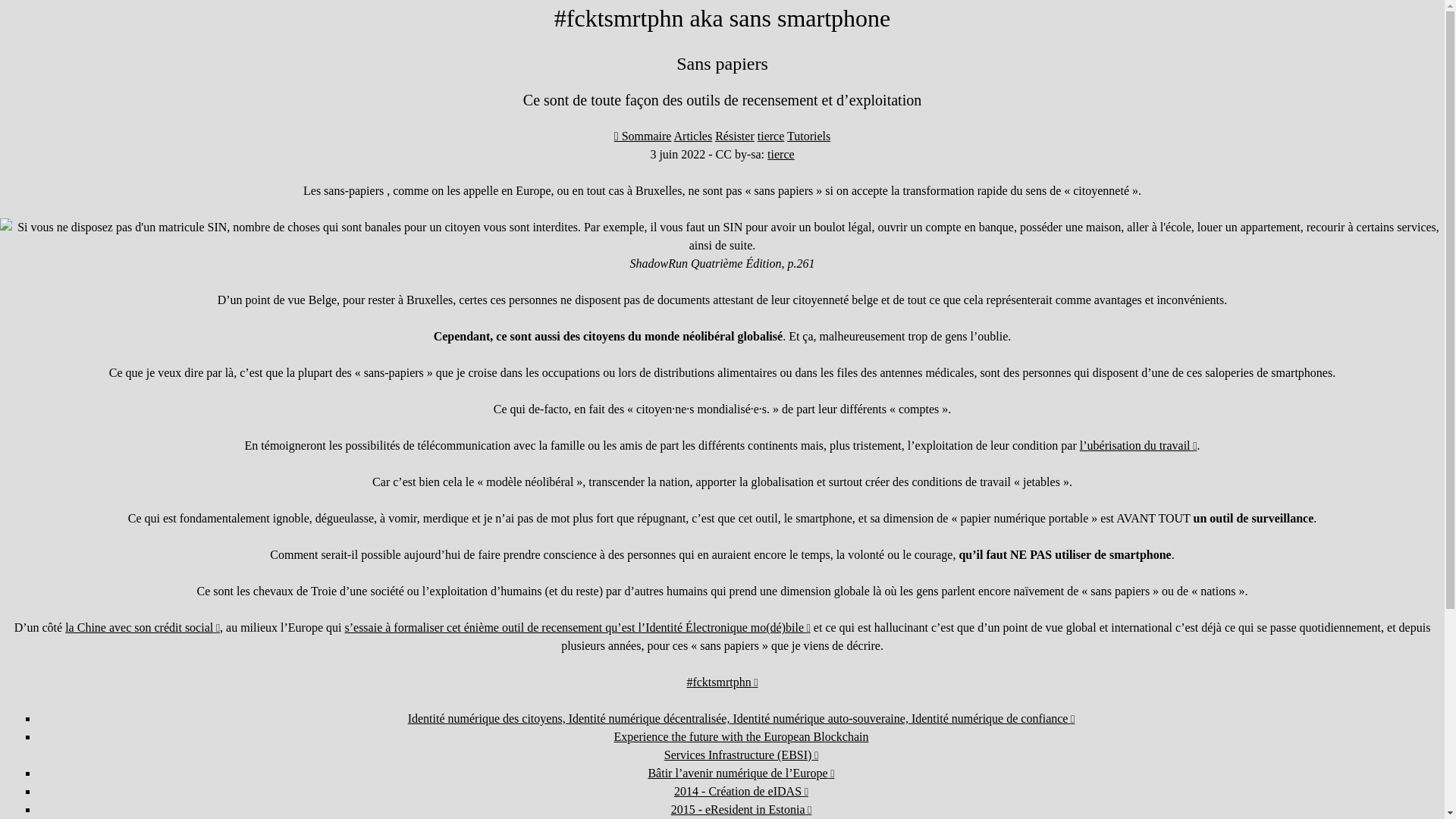 The height and width of the screenshot is (819, 1456). What do you see at coordinates (771, 135) in the screenshot?
I see `'tierce'` at bounding box center [771, 135].